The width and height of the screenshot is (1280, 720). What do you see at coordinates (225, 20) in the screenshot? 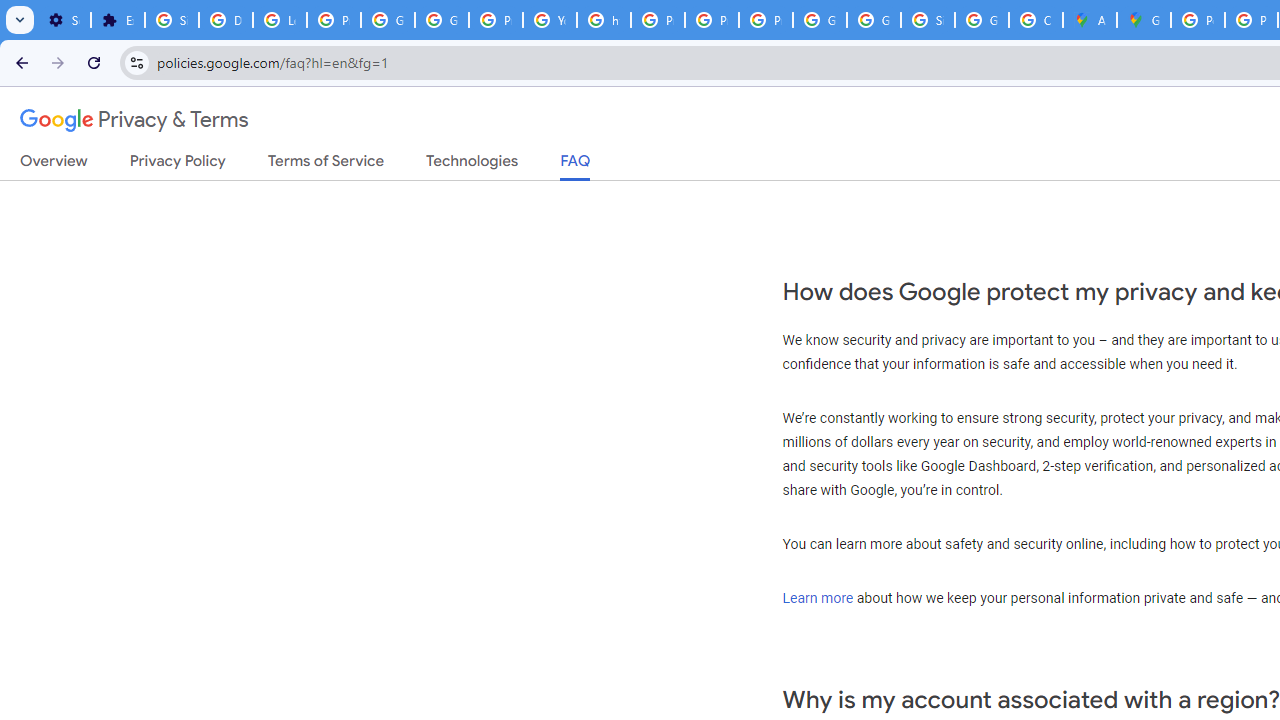
I see `'Delete photos & videos - Computer - Google Photos Help'` at bounding box center [225, 20].